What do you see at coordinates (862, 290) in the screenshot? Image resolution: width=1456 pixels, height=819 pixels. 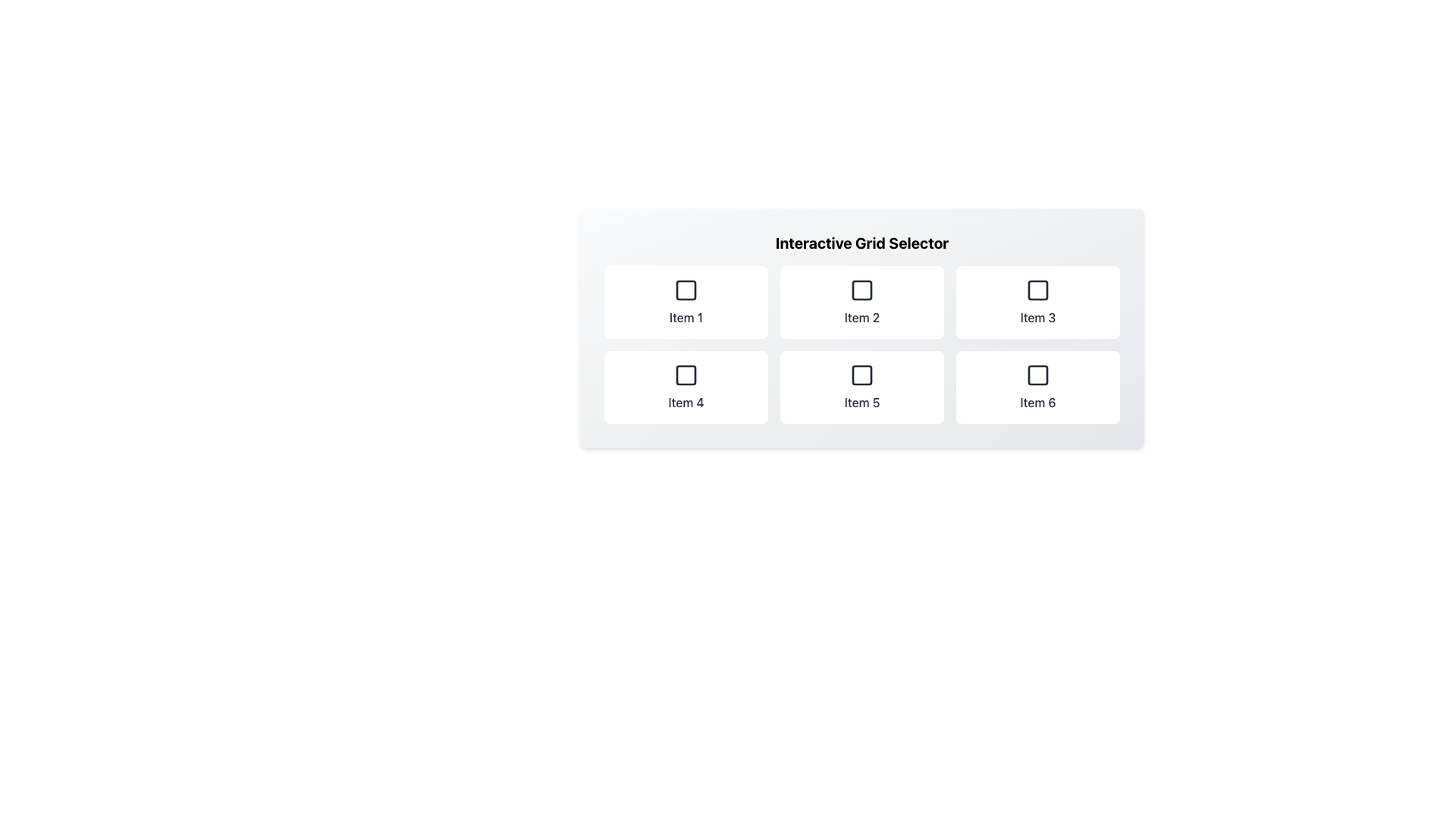 I see `the decorative or state indicator for 'Item 2' located in the 'Interactive Grid Selector', positioned in the top row, middle column` at bounding box center [862, 290].